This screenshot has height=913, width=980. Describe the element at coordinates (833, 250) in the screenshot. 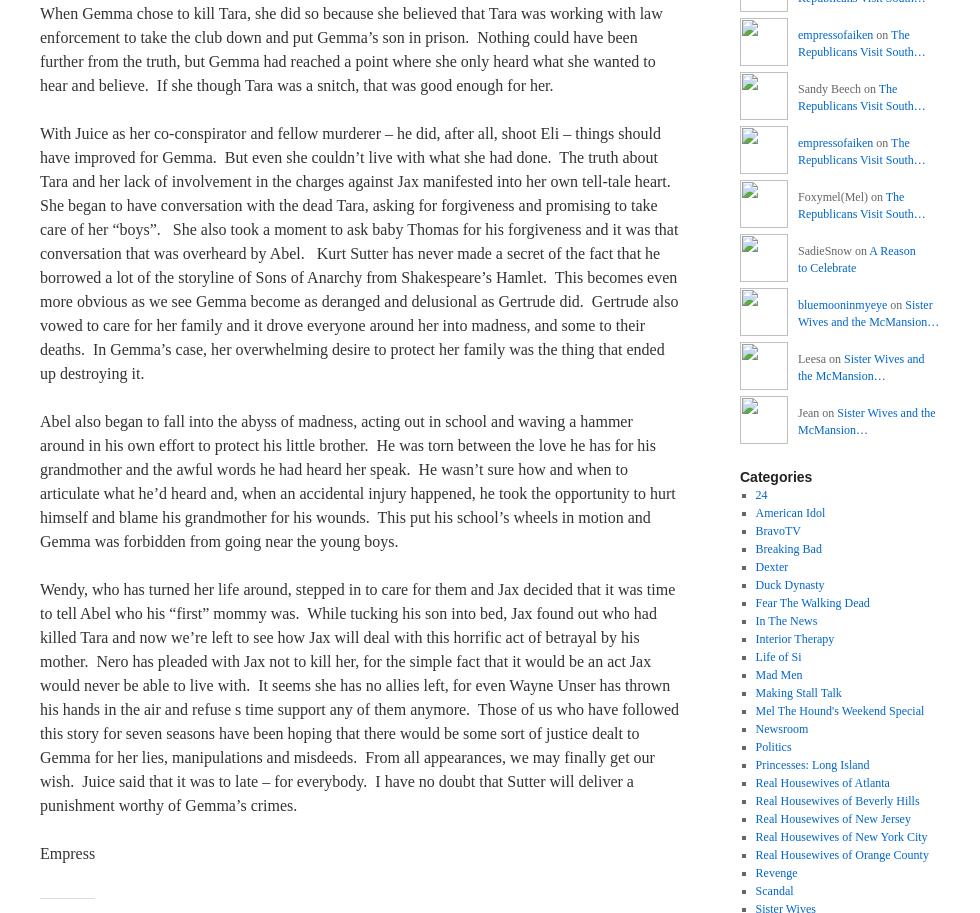

I see `'SadieSnow on'` at that location.